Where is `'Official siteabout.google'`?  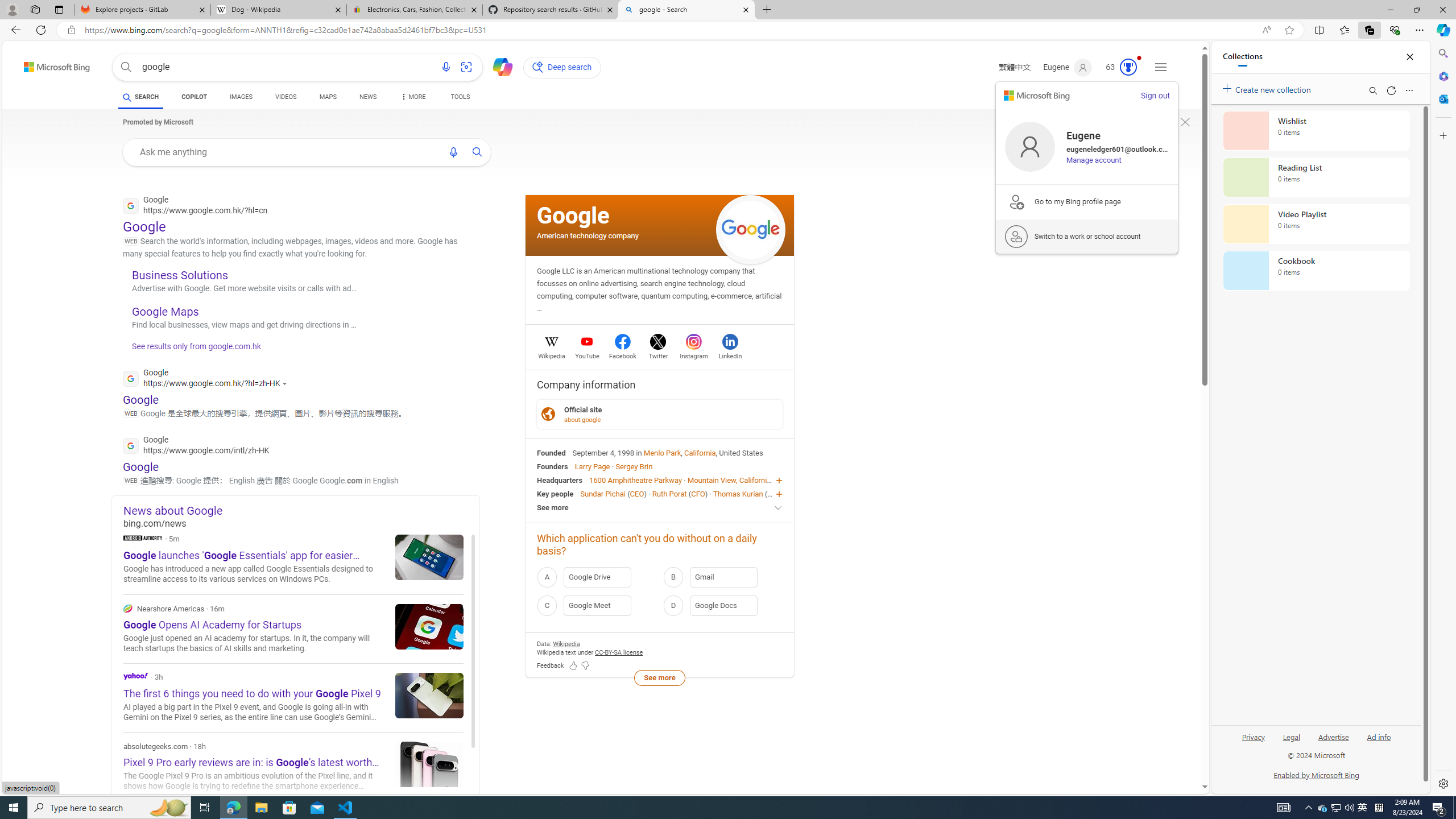 'Official siteabout.google' is located at coordinates (659, 413).